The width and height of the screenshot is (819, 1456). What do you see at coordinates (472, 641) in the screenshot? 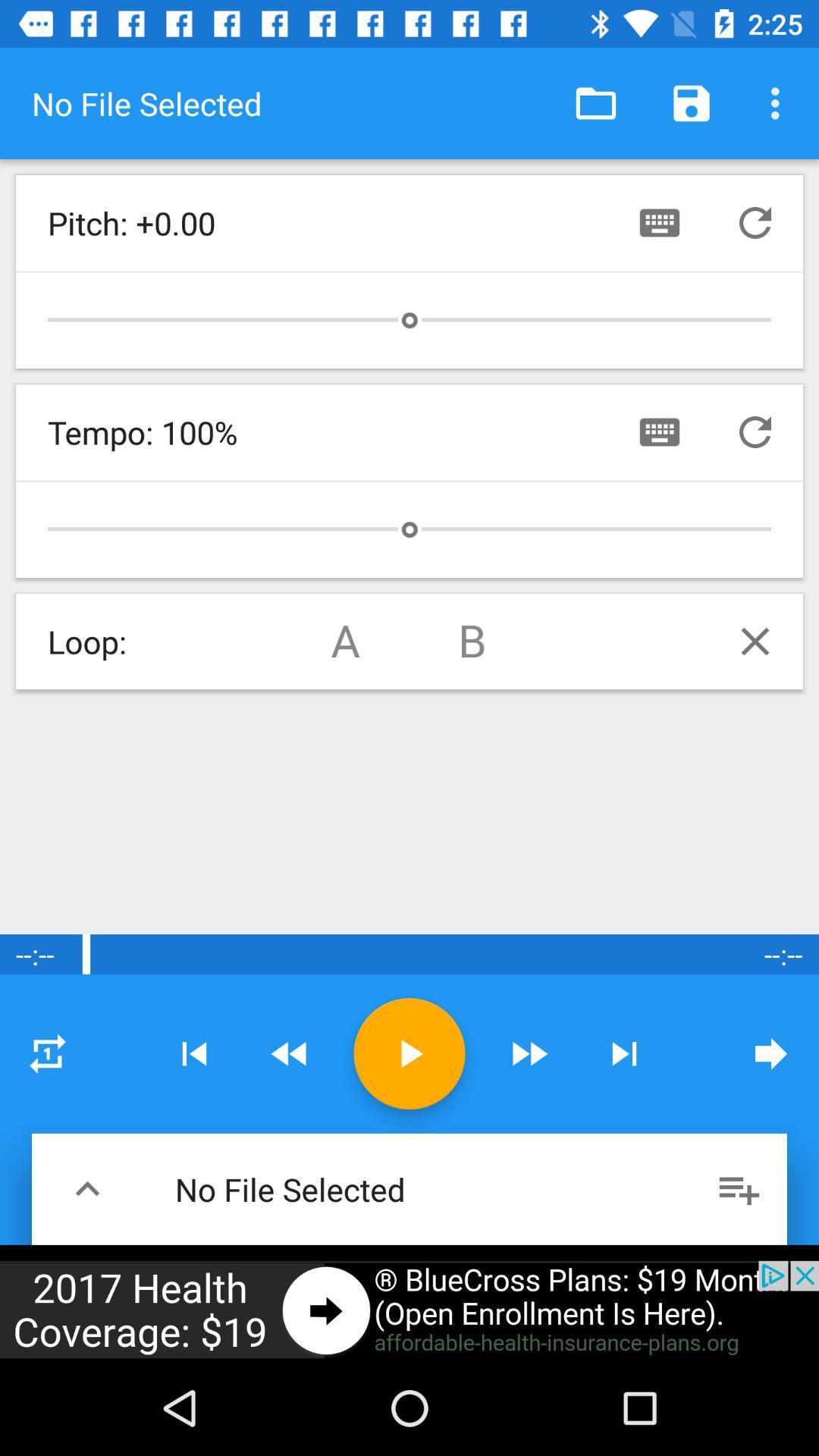
I see `plays second track` at bounding box center [472, 641].